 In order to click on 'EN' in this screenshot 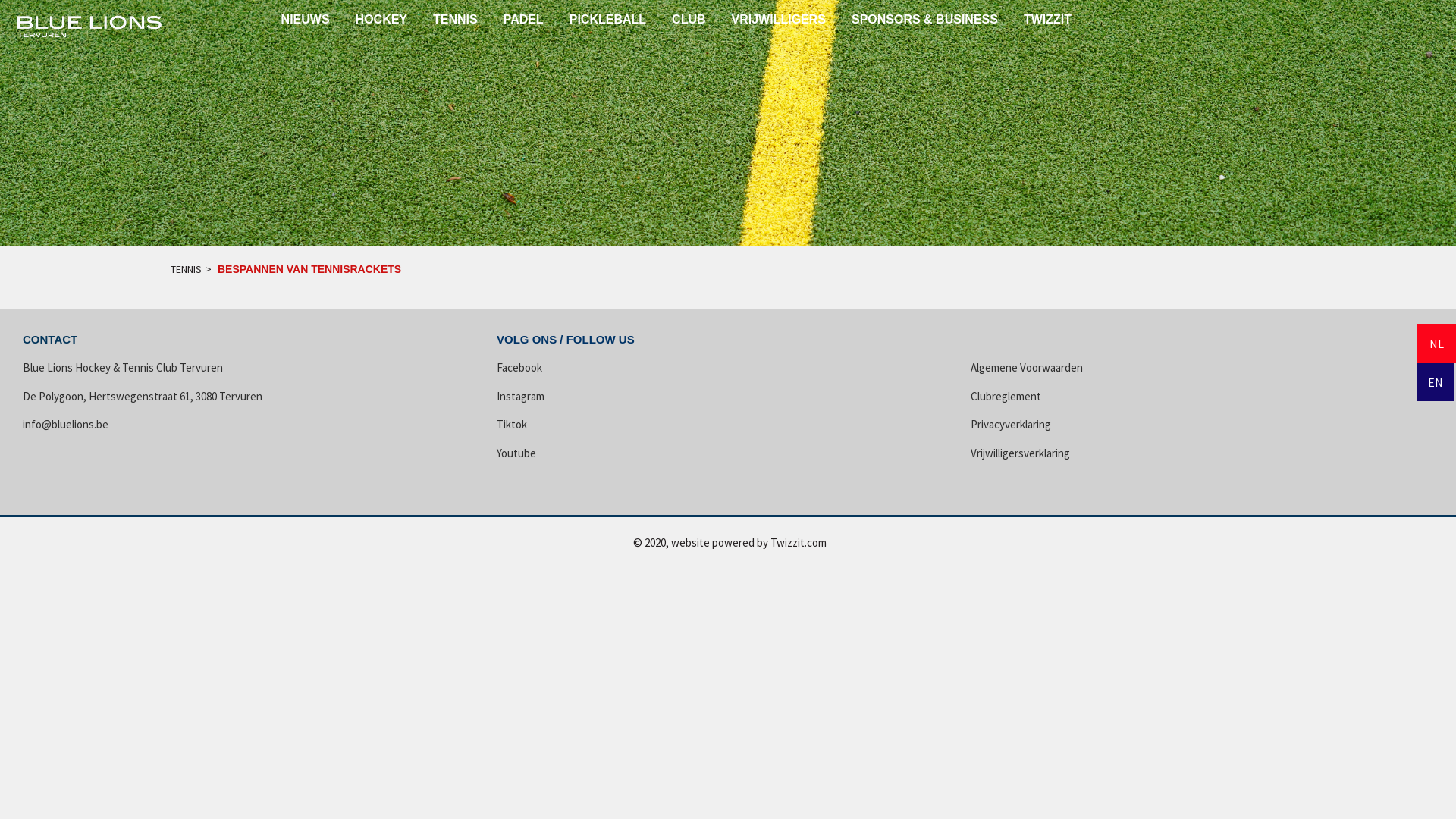, I will do `click(1434, 380)`.